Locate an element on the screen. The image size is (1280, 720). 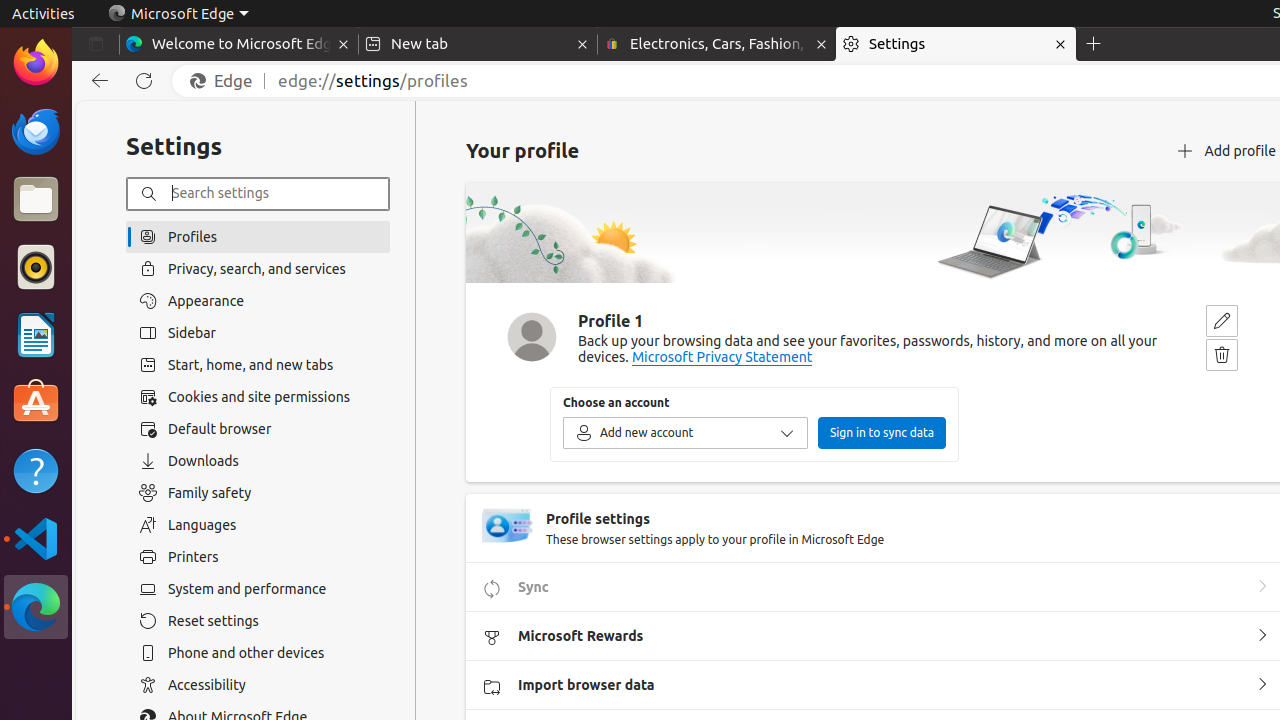
'Family safety' is located at coordinates (257, 492).